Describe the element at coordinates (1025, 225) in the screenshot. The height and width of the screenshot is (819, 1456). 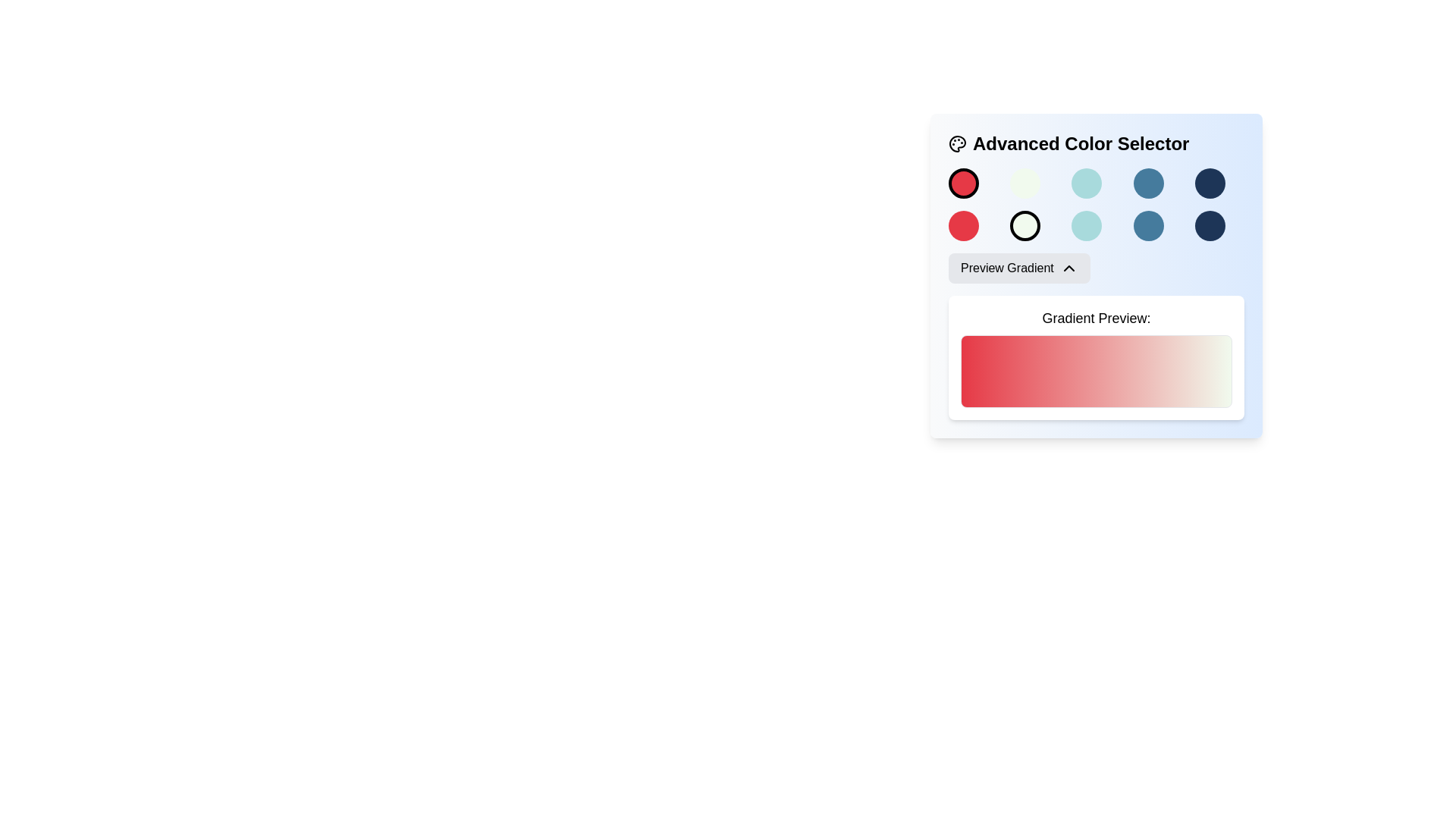
I see `the circular color selection button with a light green background located in the 'Advanced Color Selector' section` at that location.